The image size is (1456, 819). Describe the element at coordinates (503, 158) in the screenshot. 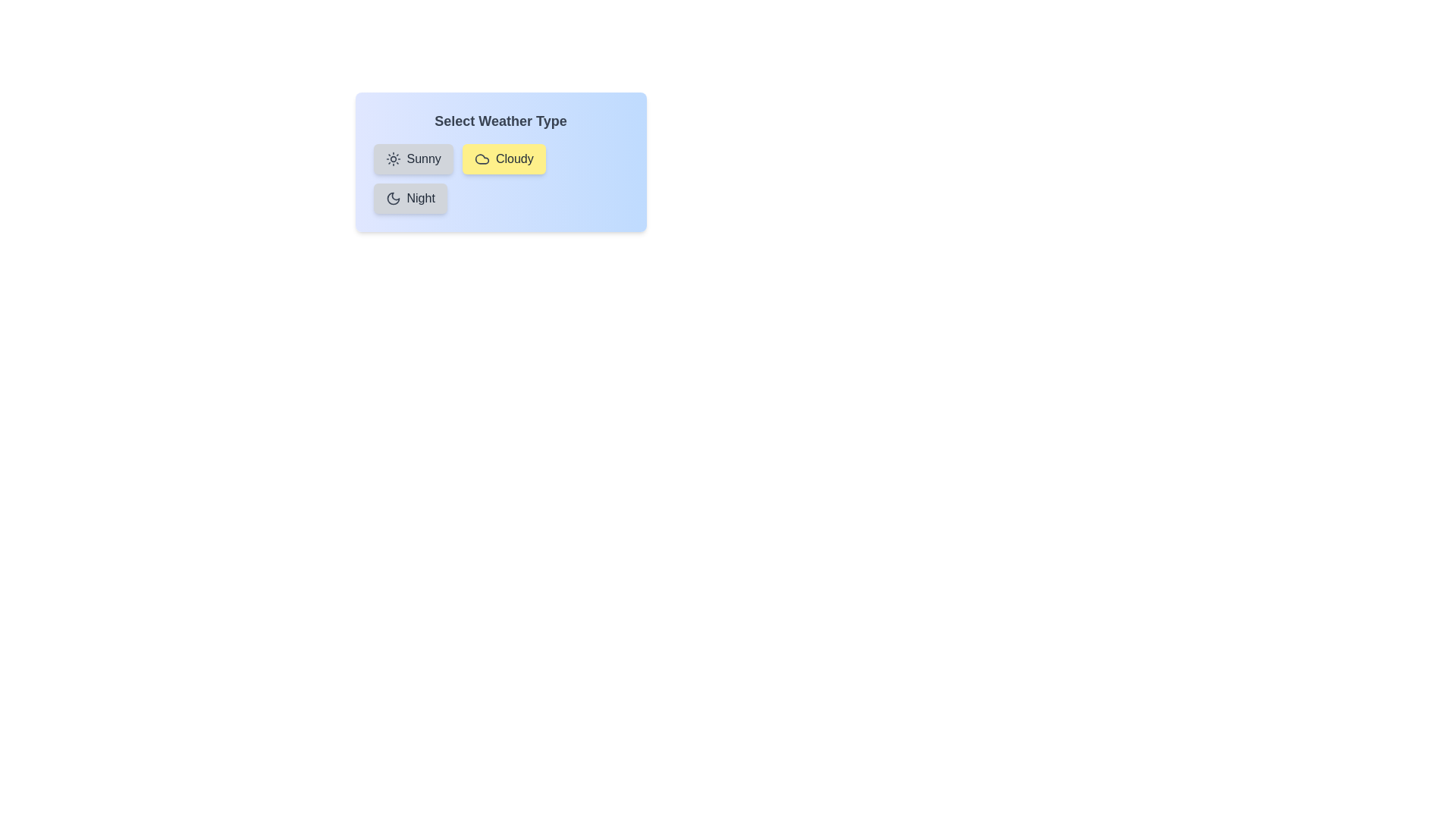

I see `the weather type Cloudy by clicking on its chip` at that location.